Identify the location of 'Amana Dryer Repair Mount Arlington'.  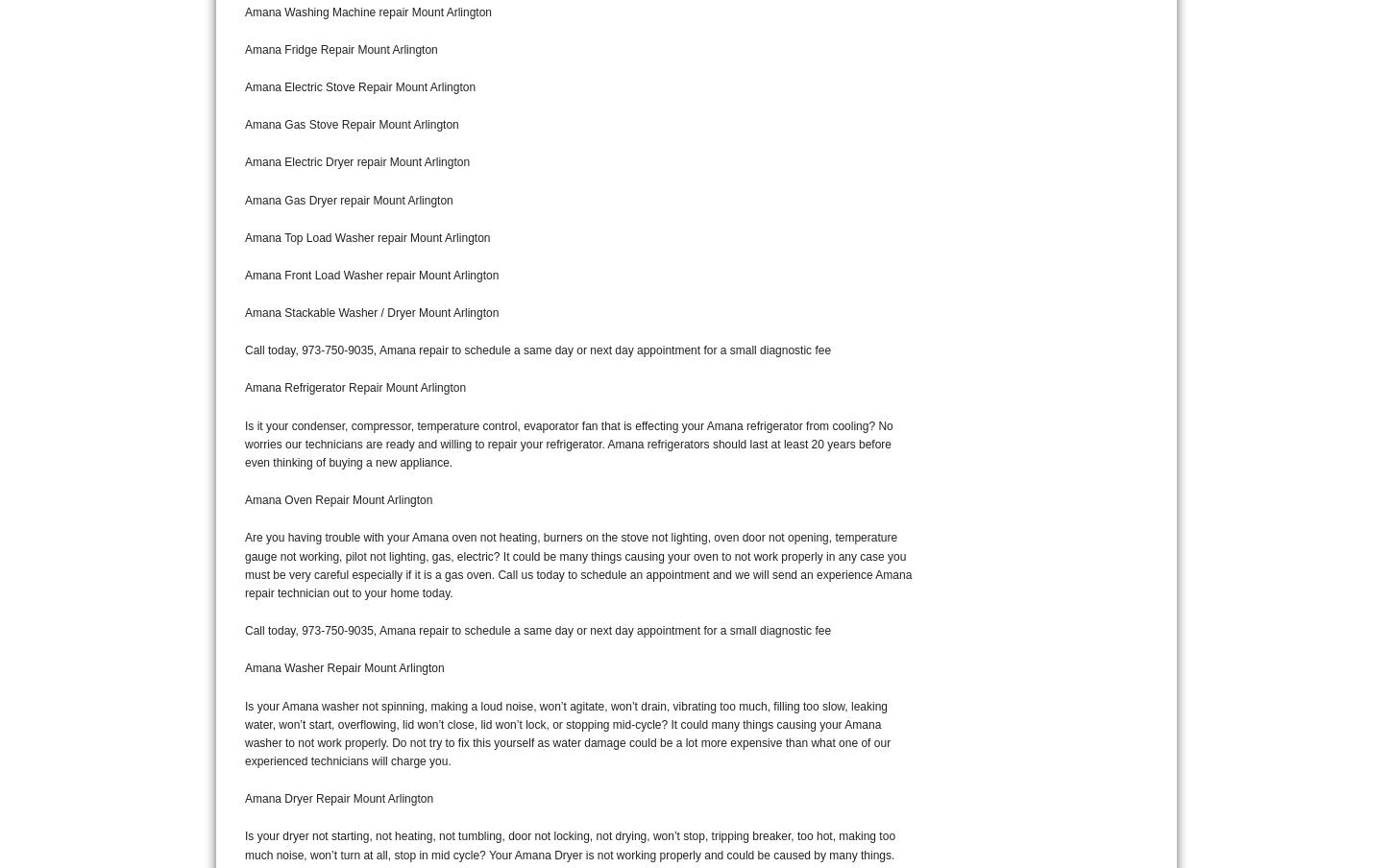
(338, 798).